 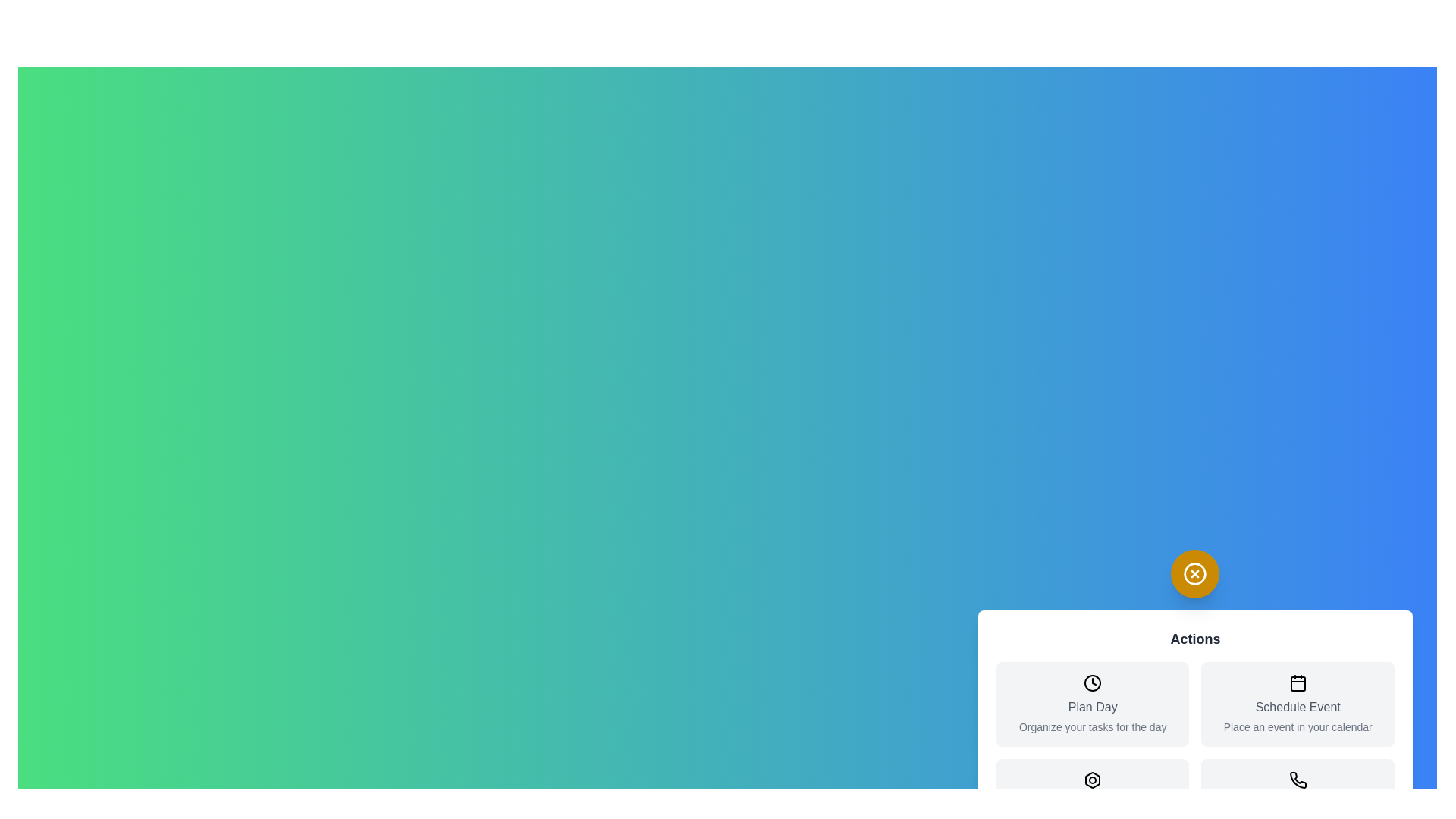 I want to click on the action item Schedule Event from the menu, so click(x=1298, y=704).